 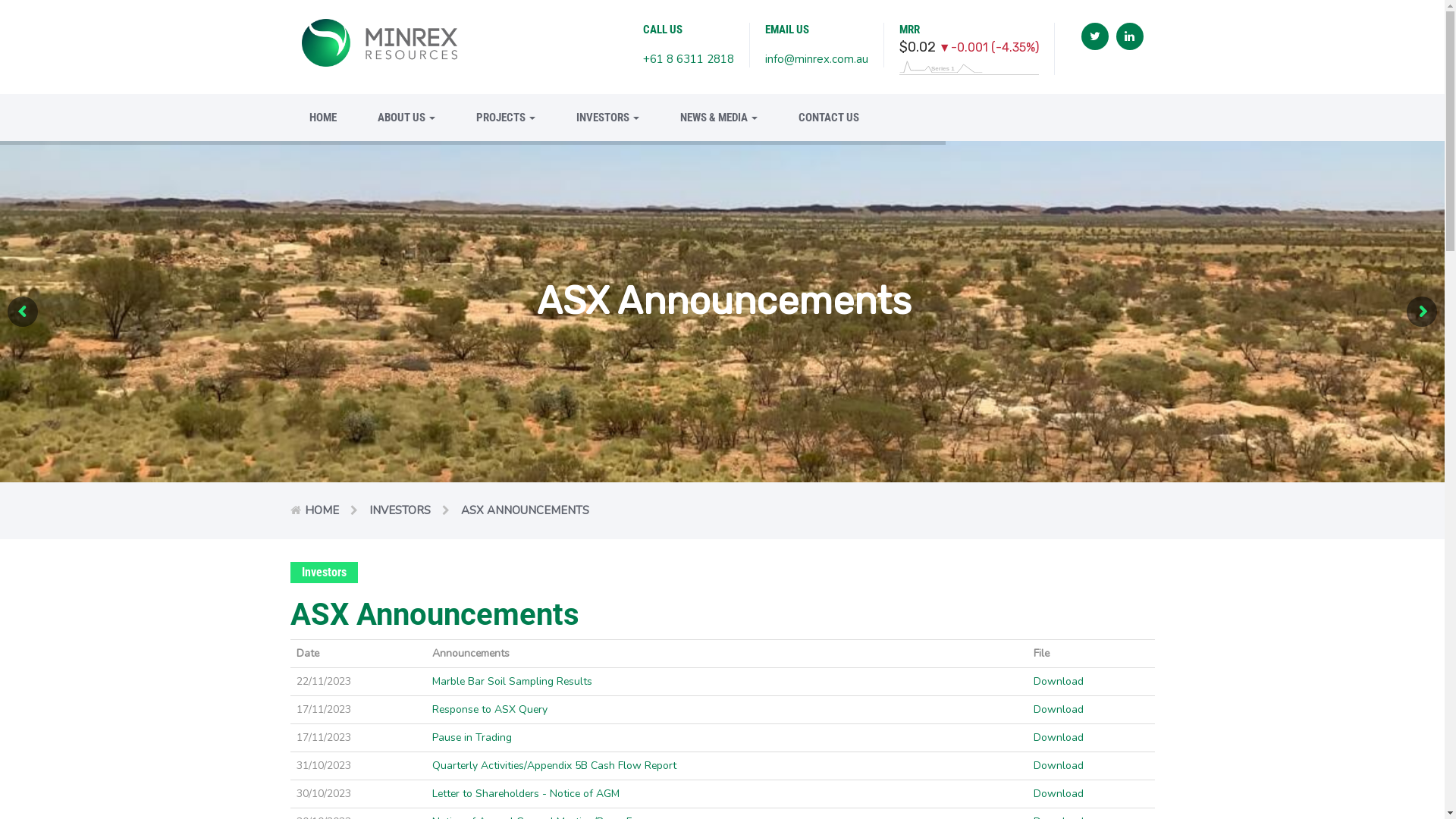 What do you see at coordinates (1033, 792) in the screenshot?
I see `'Download'` at bounding box center [1033, 792].